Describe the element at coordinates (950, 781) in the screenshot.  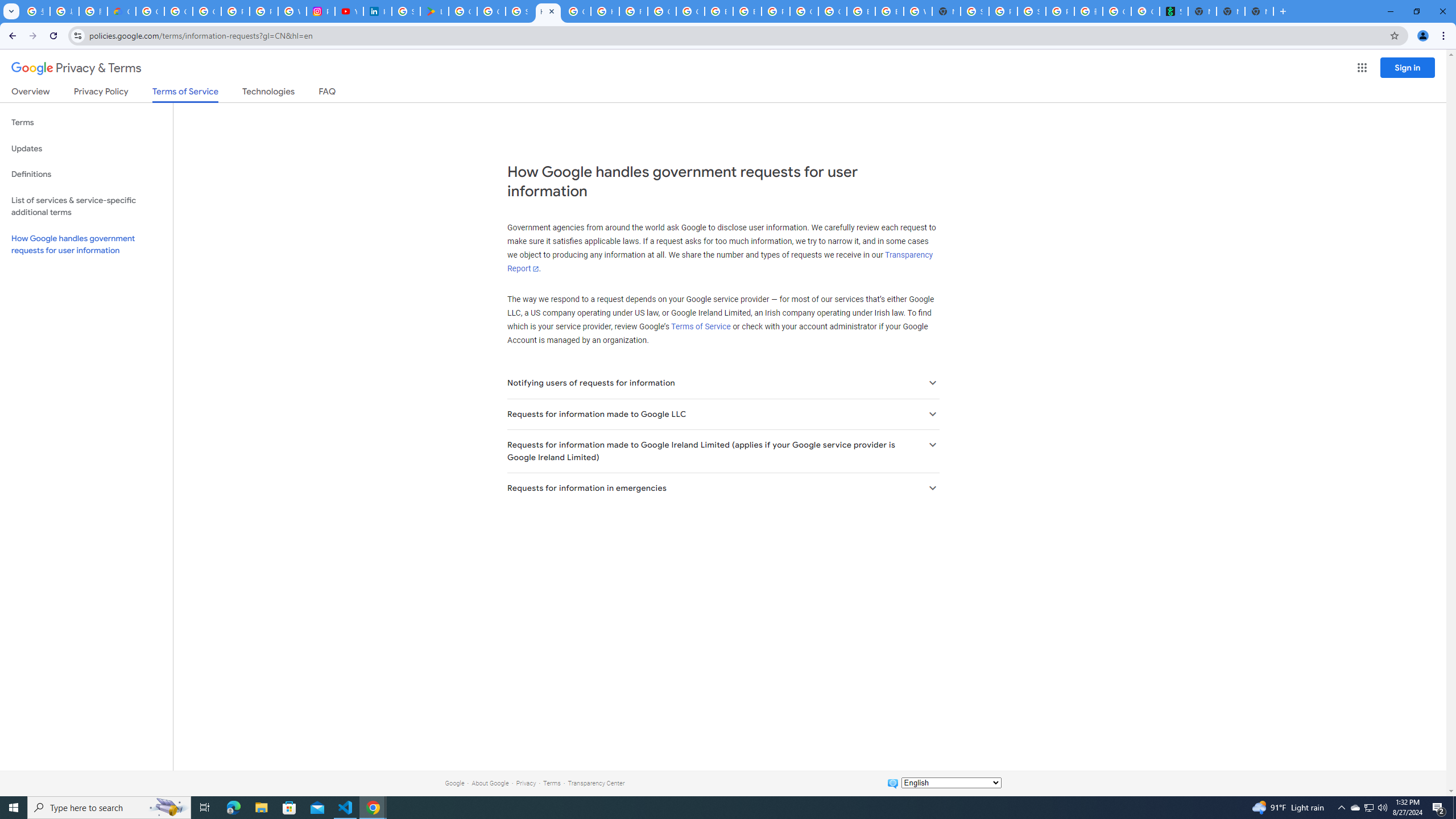
I see `'Change language:'` at that location.